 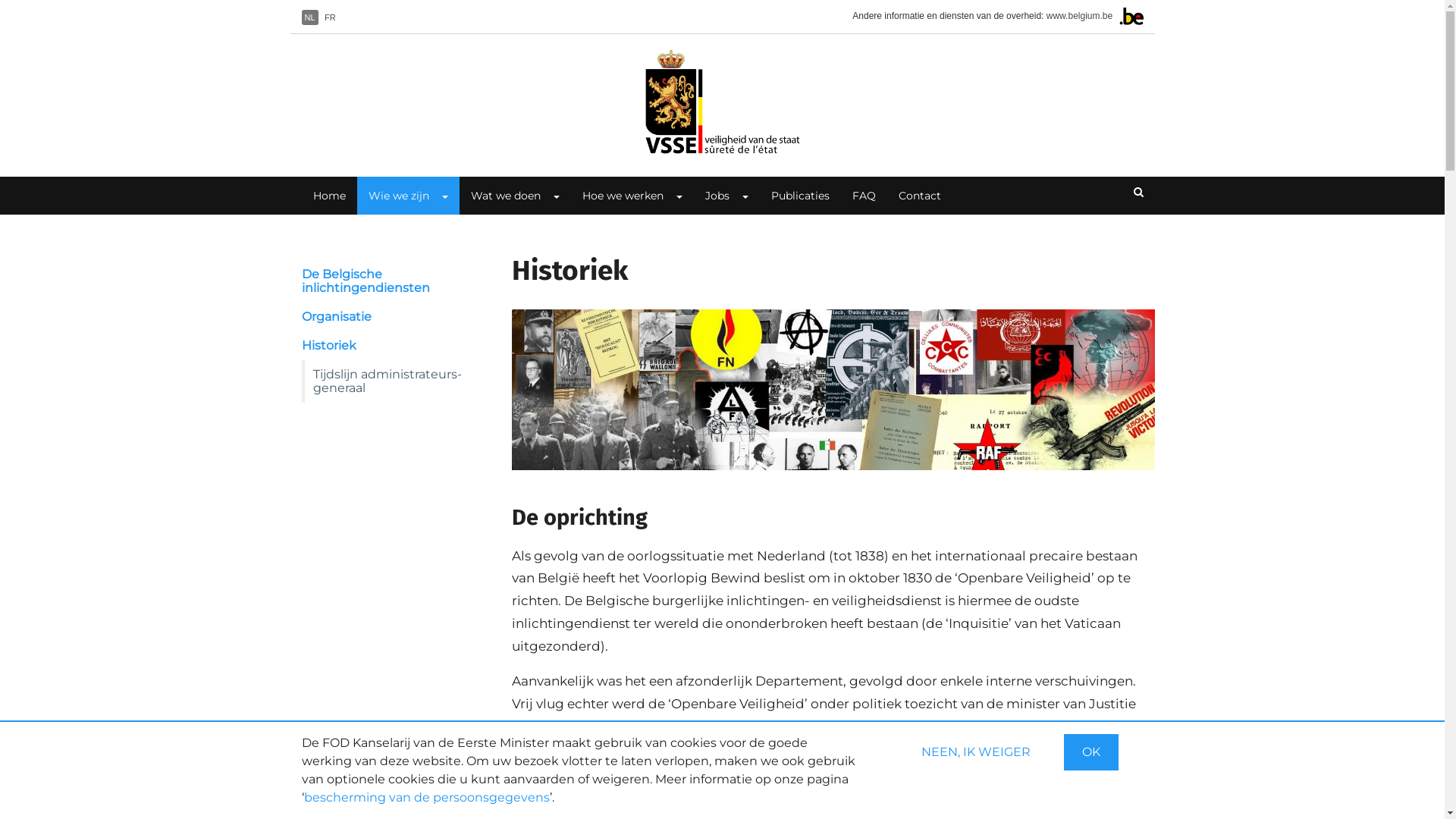 I want to click on 'Home', so click(x=302, y=195).